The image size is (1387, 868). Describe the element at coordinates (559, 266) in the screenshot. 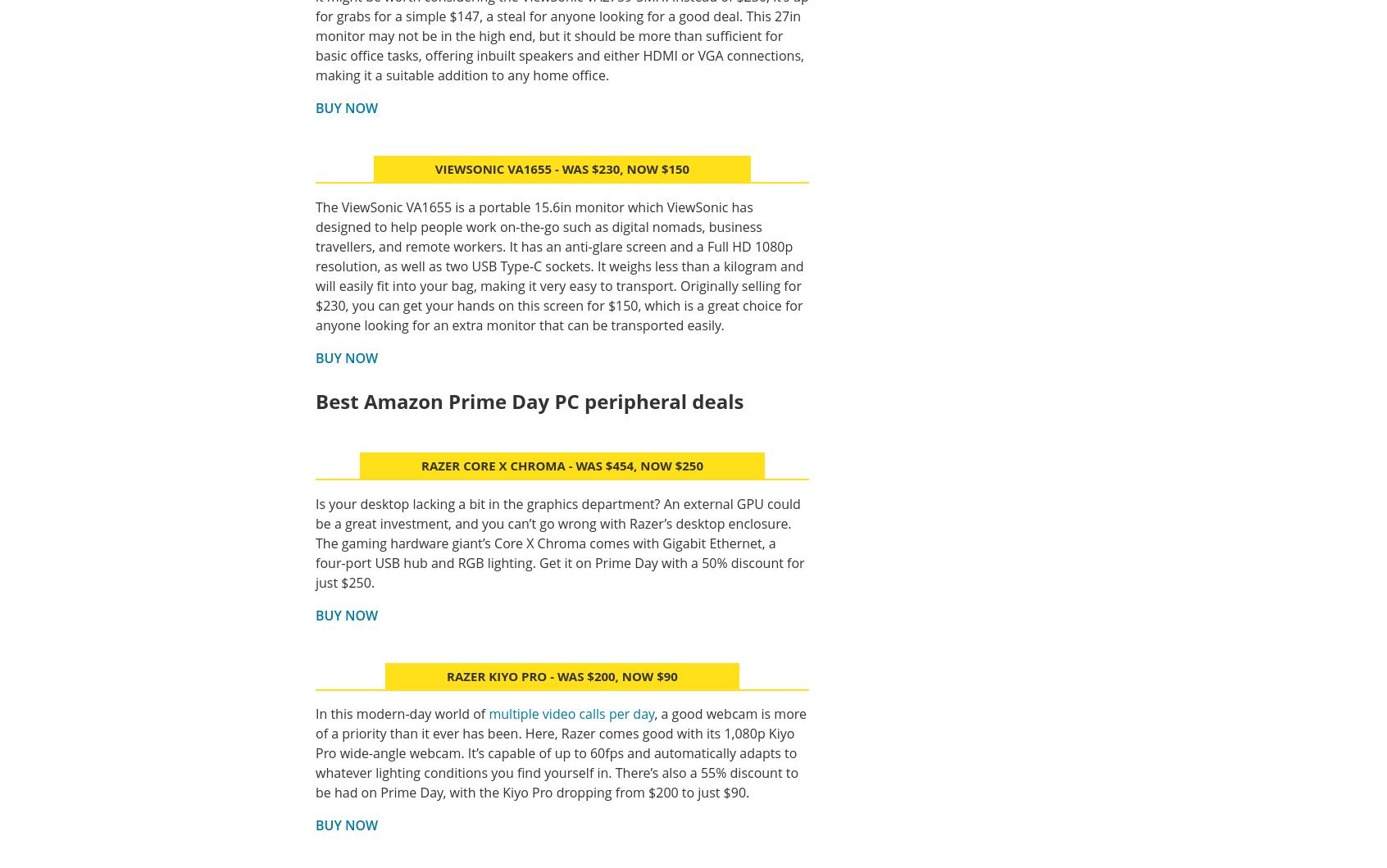

I see `'The ViewSonic VA1655 is a portable 15.6in monitor which ViewSonic has designed to help people work on-the-go such as digital nomads, business travellers, and remote workers. It has an anti-glare screen and a Full HD 1080p resolution, as well as two USB Type-C sockets. It weighs less than a kilogram and will easily fit into your bag, making it very easy to transport. Originally selling for $230, you can get your hands on this screen for $150, which is a great choice for anyone looking for an extra monitor that can be transported easily.'` at that location.